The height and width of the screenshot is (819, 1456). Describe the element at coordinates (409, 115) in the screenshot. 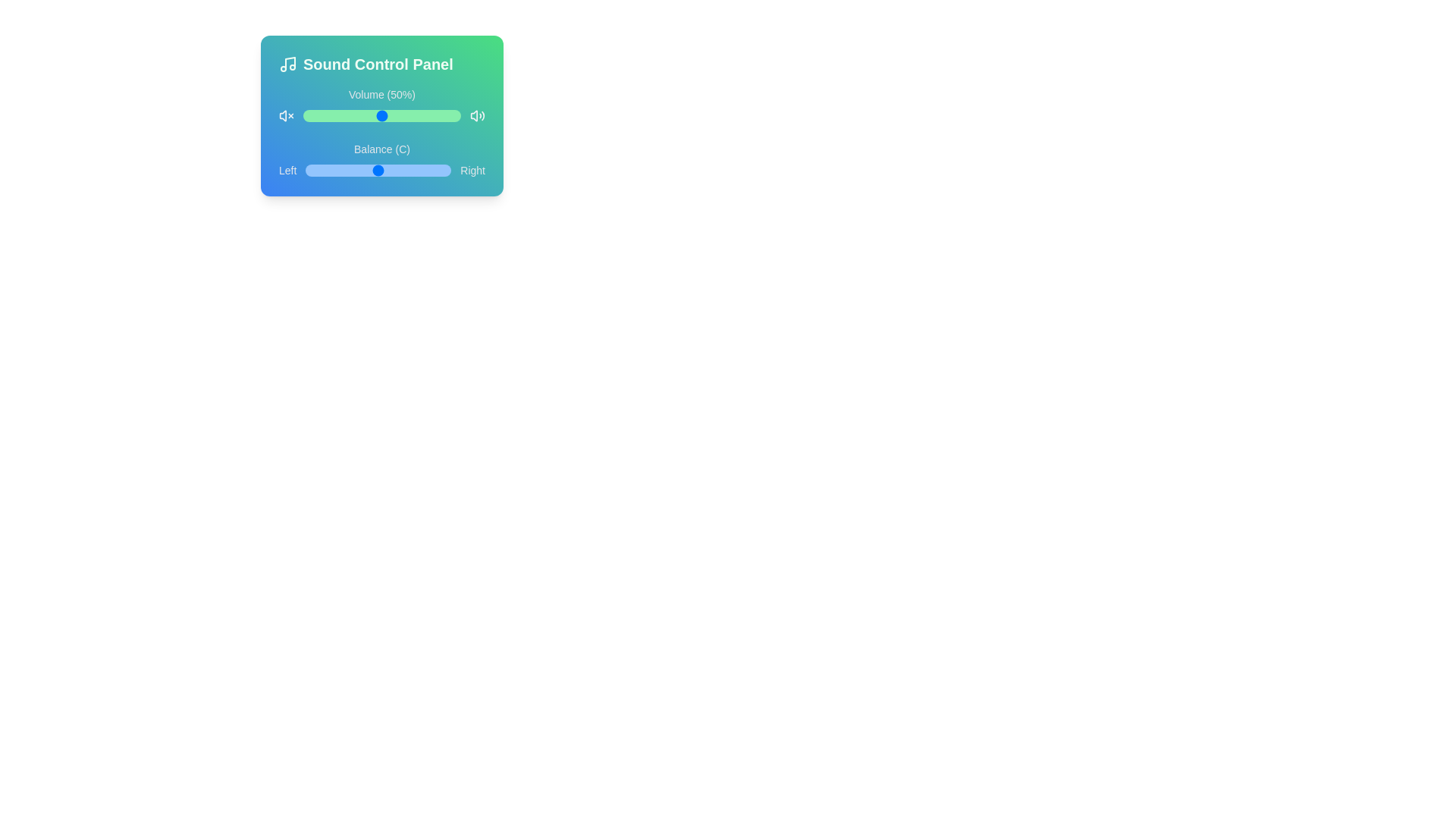

I see `the volume slider` at that location.